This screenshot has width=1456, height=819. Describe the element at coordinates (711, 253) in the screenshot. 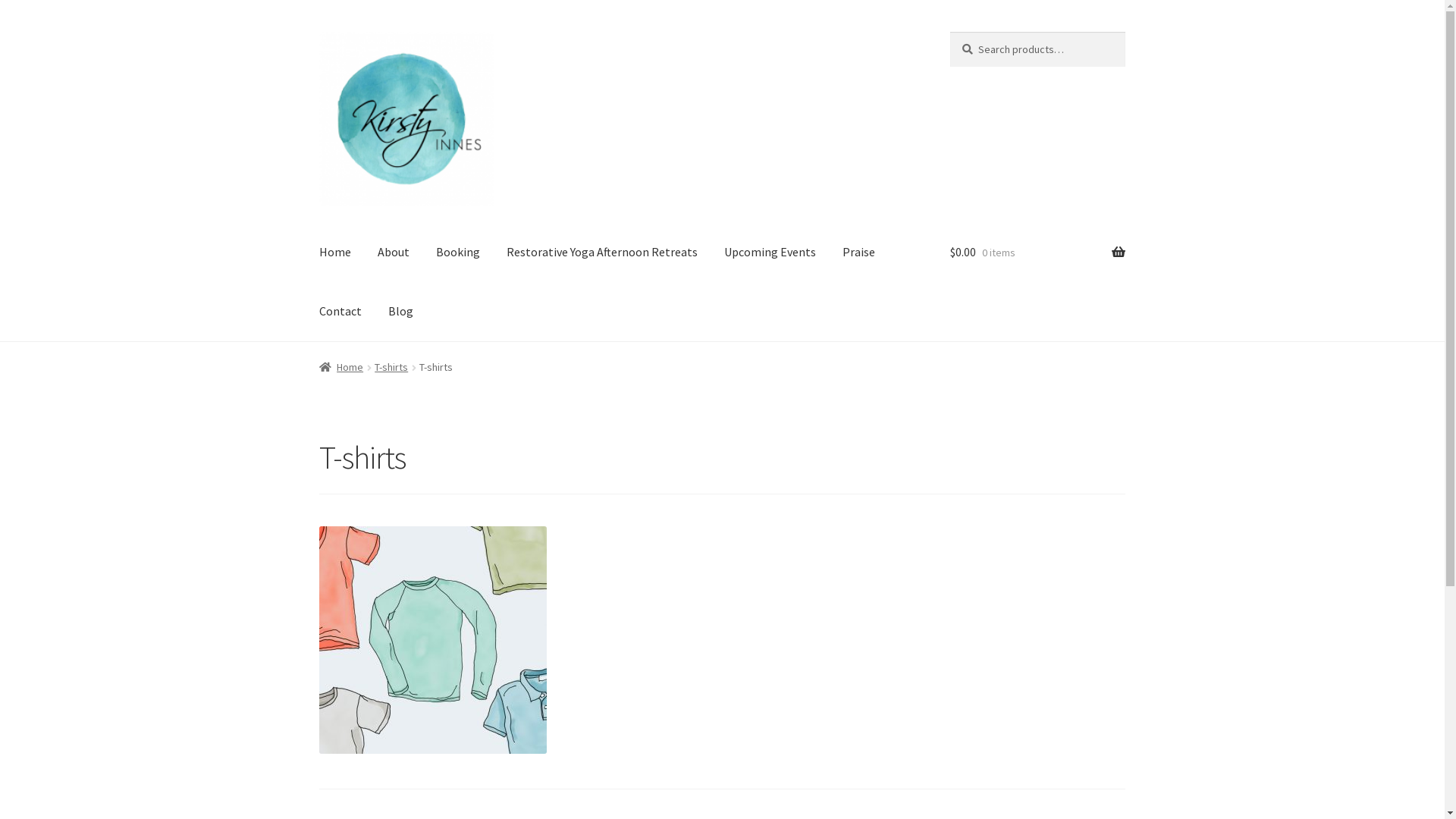

I see `'Upcoming Events'` at that location.